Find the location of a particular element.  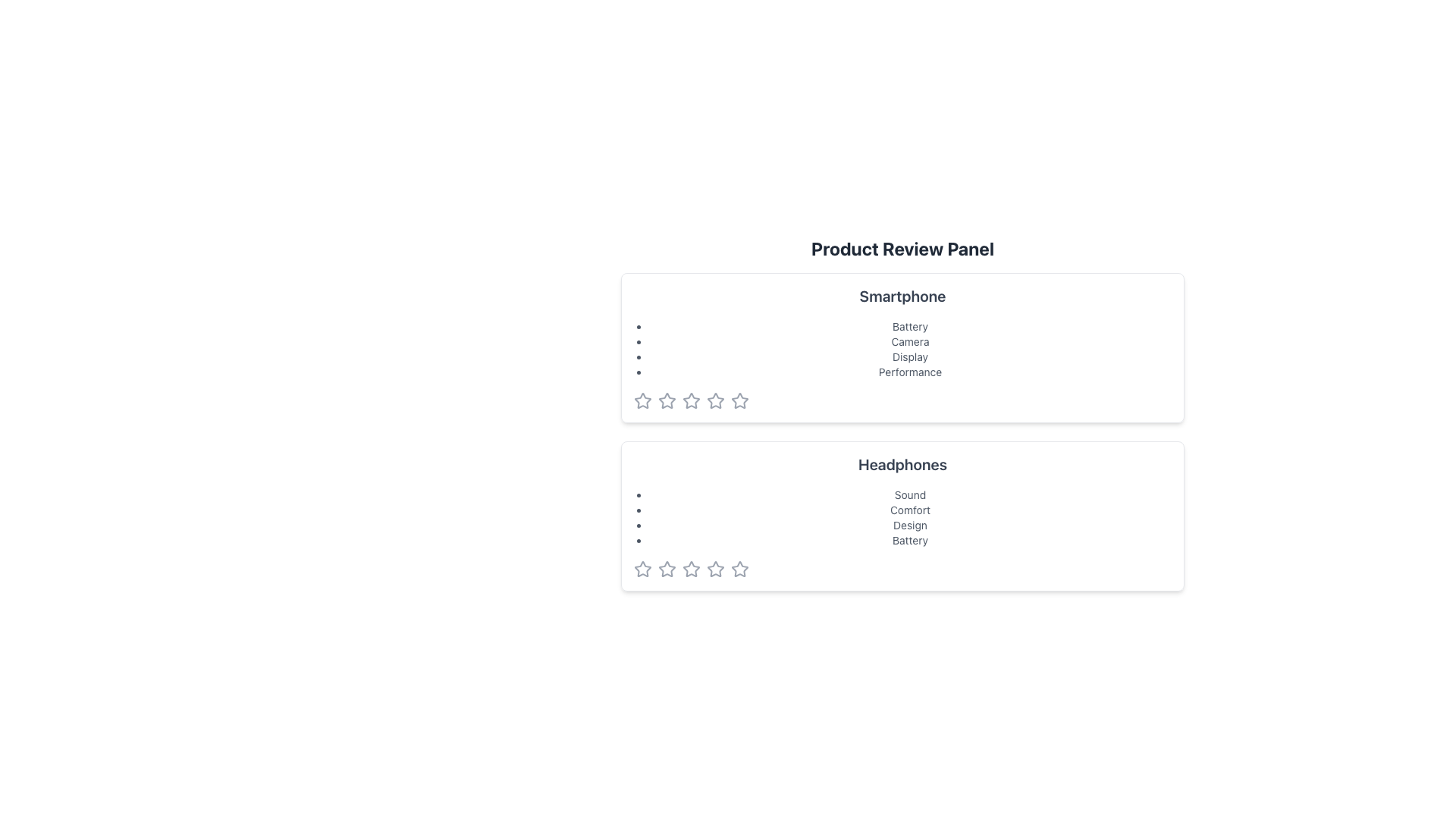

the first star icon for rating in the 'Smartphone' category is located at coordinates (643, 400).